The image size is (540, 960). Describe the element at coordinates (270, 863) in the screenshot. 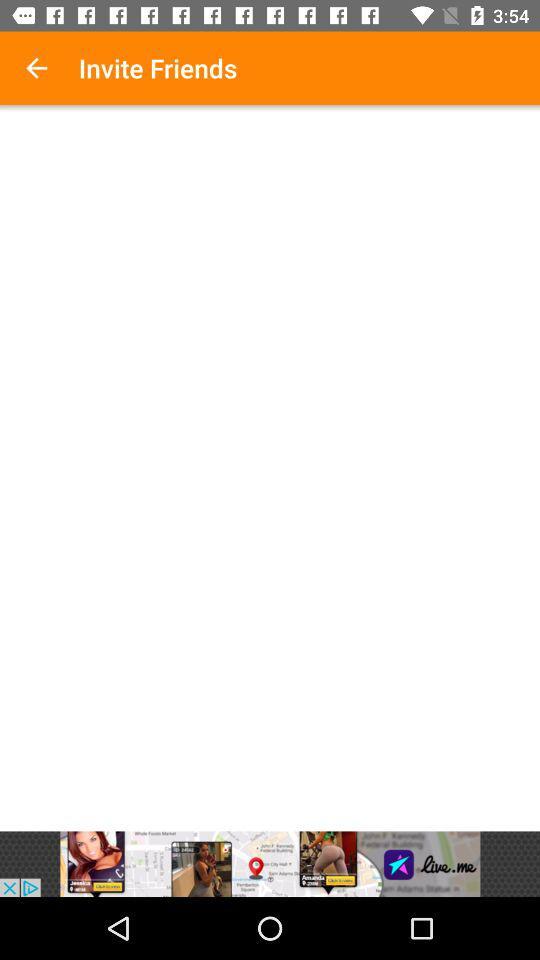

I see `interact with advertisement` at that location.